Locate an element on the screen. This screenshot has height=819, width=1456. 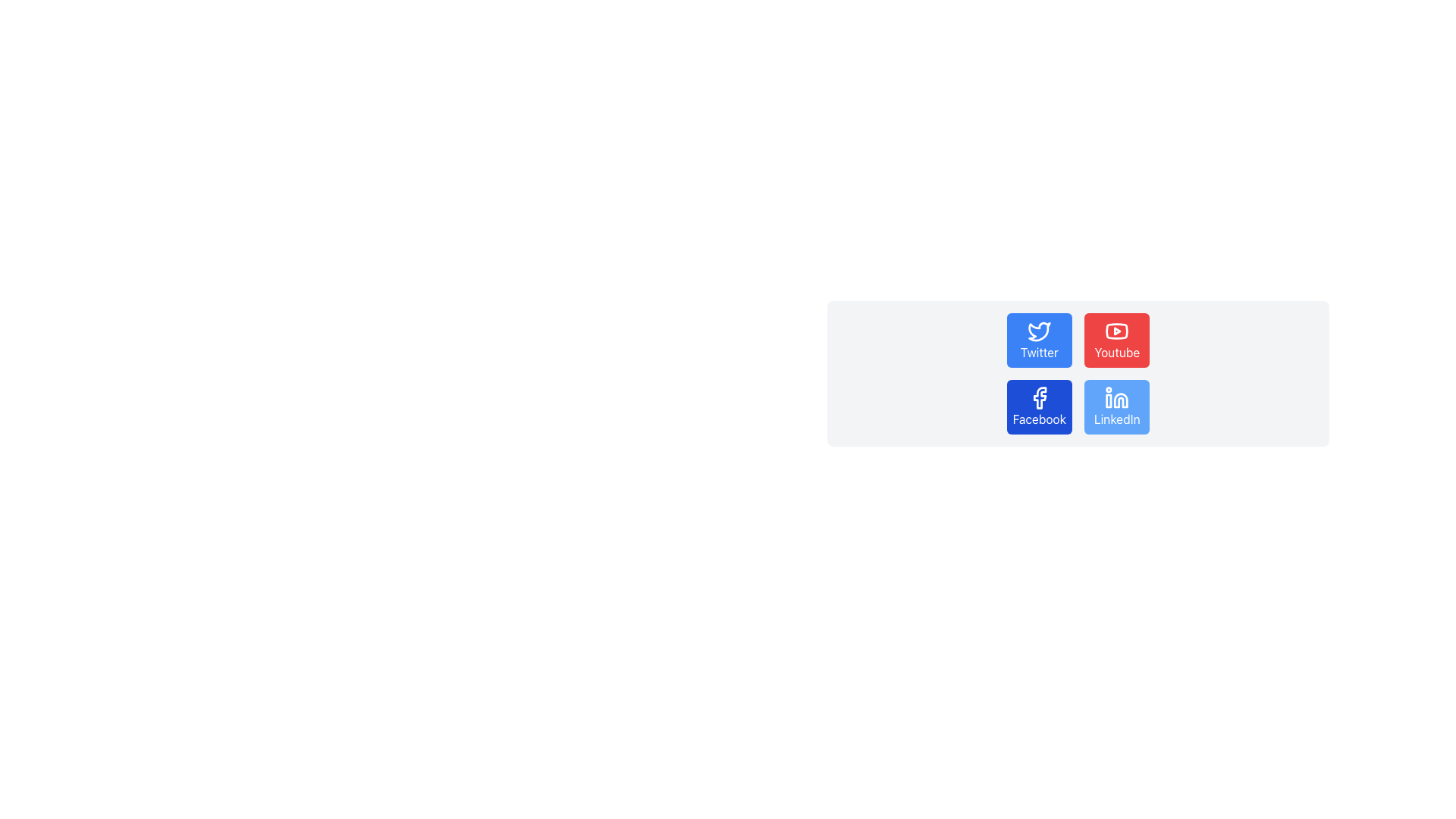
the blue rectangular button with the Twitter bird icon and the text 'Twitter' is located at coordinates (1038, 339).